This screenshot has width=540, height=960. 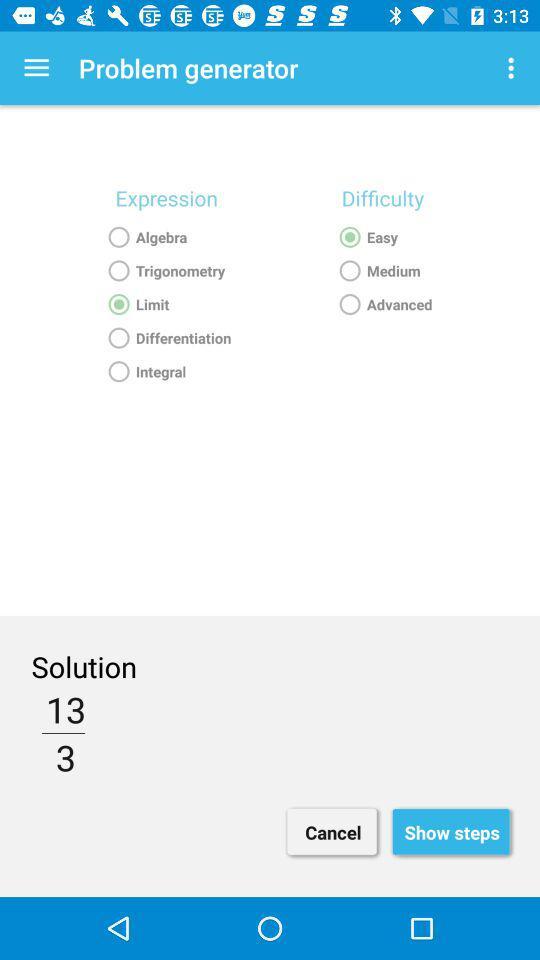 I want to click on integral along with the radio button beside it, so click(x=165, y=371).